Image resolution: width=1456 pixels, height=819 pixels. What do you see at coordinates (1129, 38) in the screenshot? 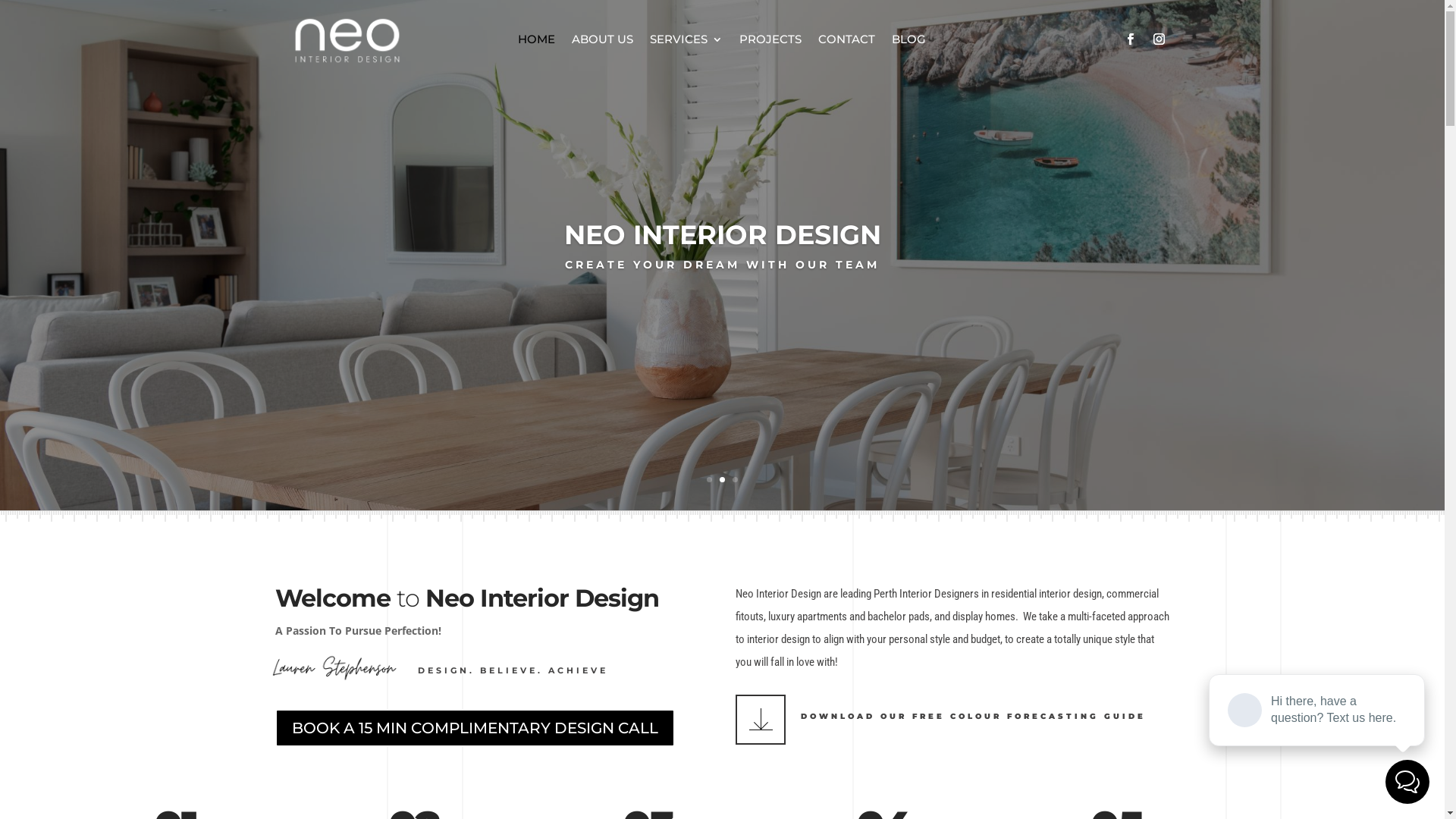
I see `'Follow on Facebook'` at bounding box center [1129, 38].